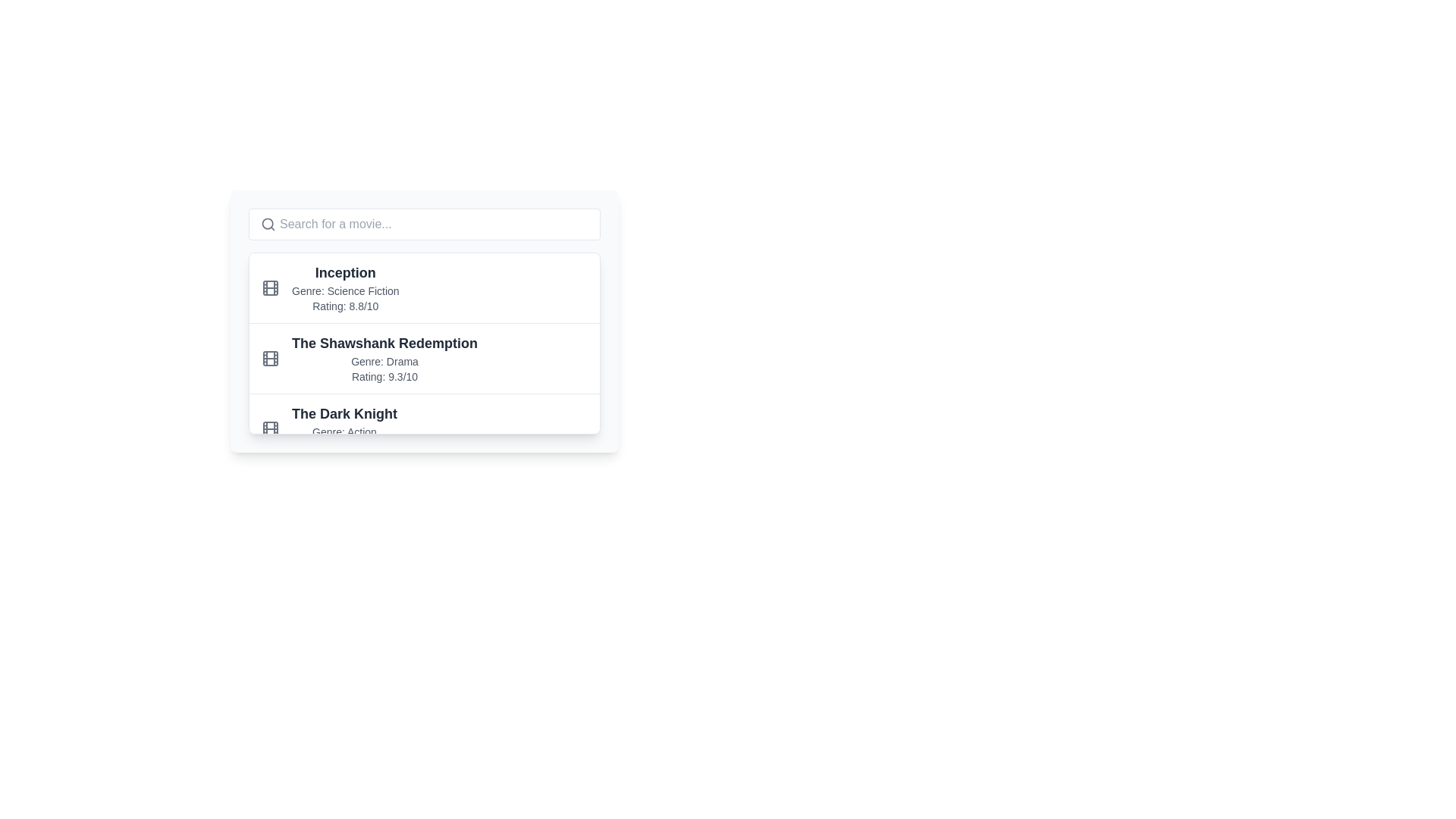 The image size is (1456, 819). What do you see at coordinates (268, 224) in the screenshot?
I see `the search icon located on the left side of the search input field, near the placeholder text 'Search for a movie...'` at bounding box center [268, 224].